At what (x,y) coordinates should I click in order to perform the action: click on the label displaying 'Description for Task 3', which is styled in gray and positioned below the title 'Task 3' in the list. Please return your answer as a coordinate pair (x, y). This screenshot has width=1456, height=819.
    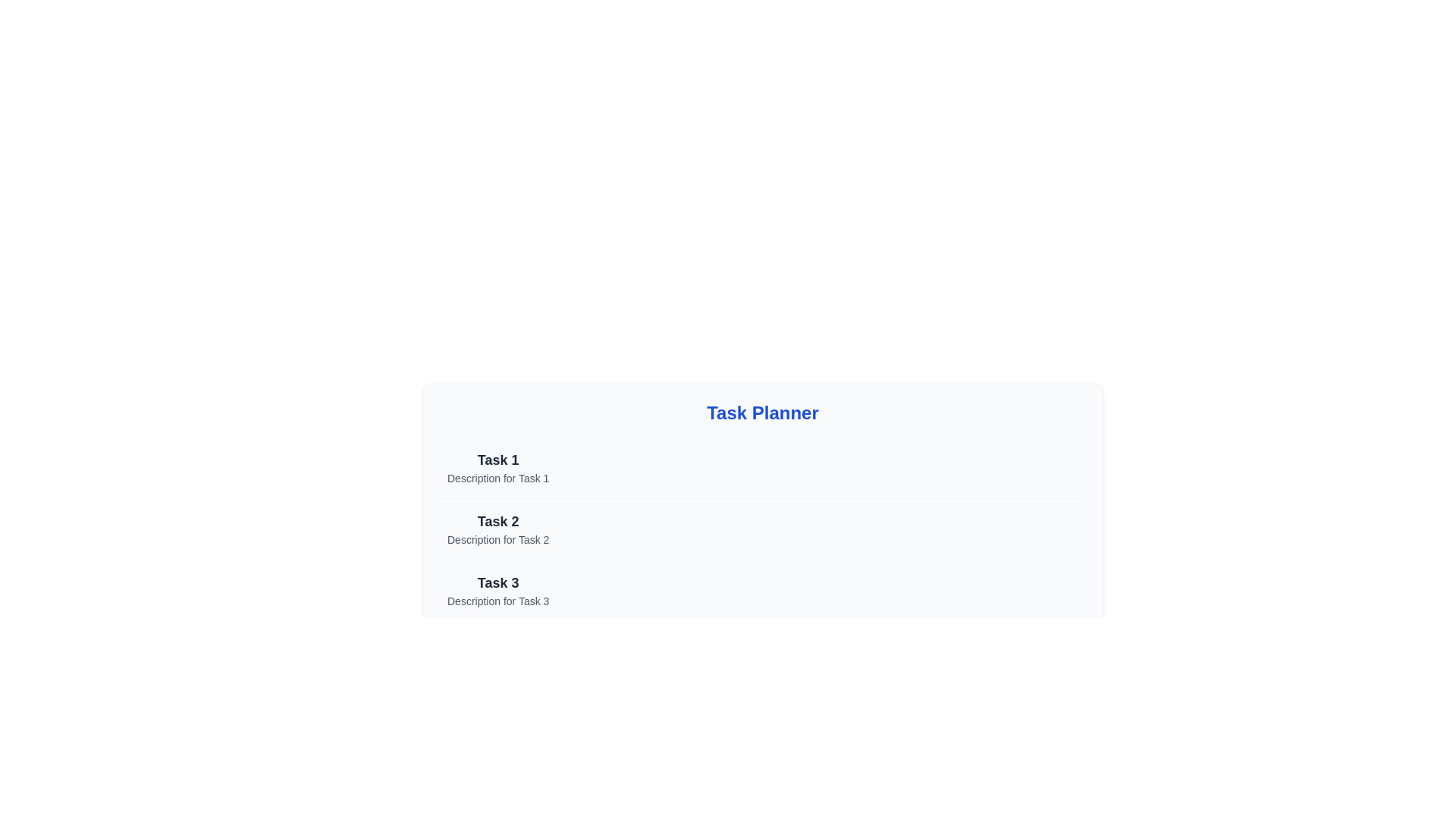
    Looking at the image, I should click on (498, 601).